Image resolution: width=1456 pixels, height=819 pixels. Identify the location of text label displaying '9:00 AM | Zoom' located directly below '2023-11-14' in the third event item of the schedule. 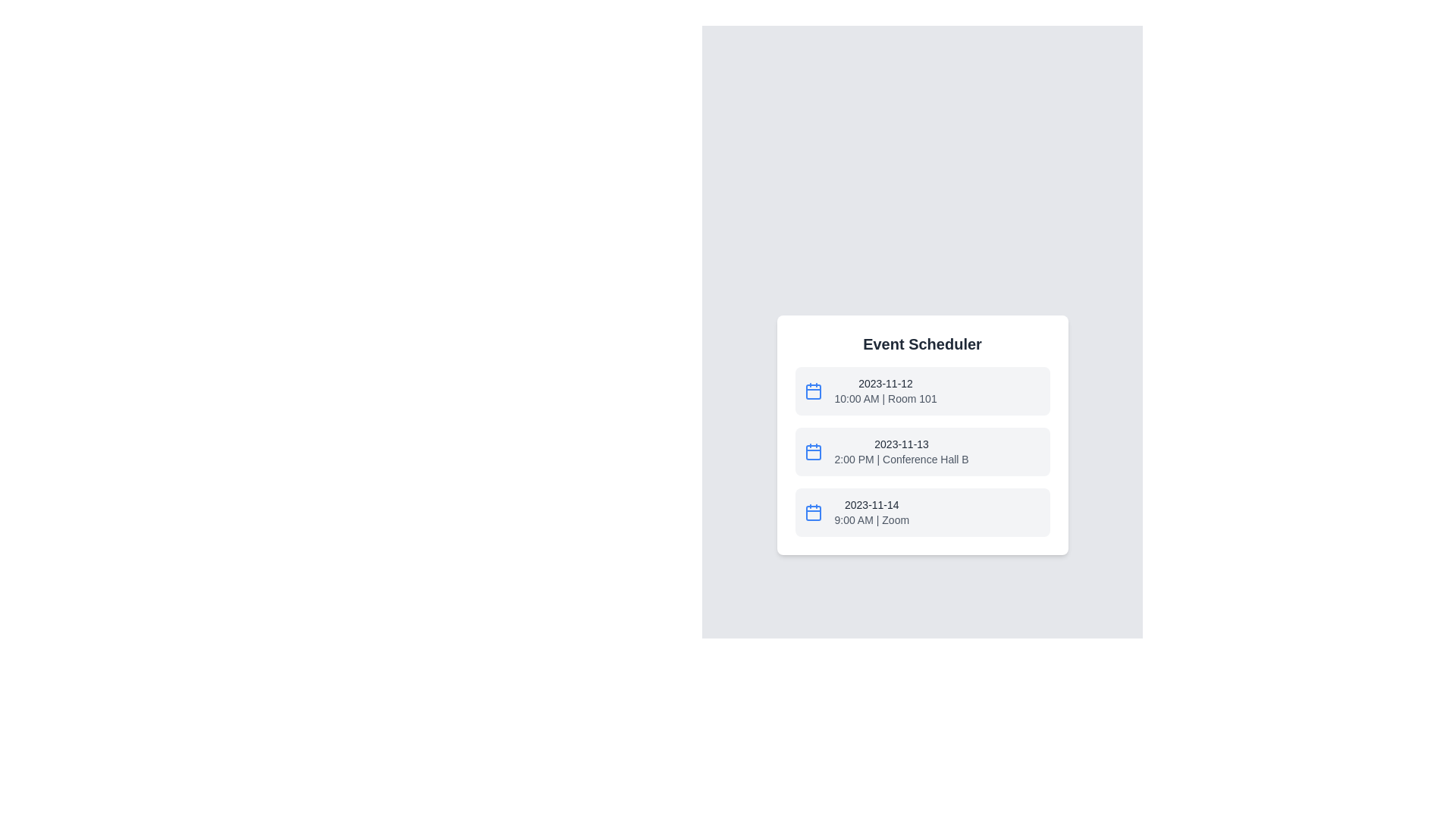
(871, 519).